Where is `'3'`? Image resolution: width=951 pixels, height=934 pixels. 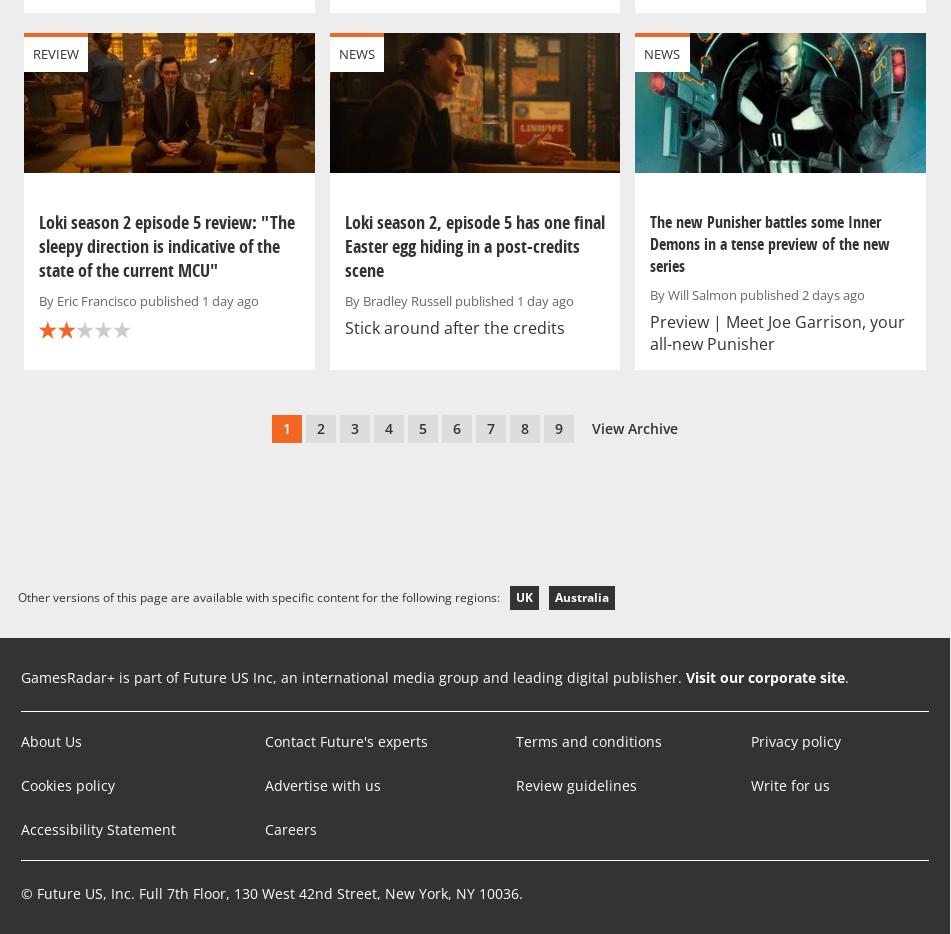 '3' is located at coordinates (355, 428).